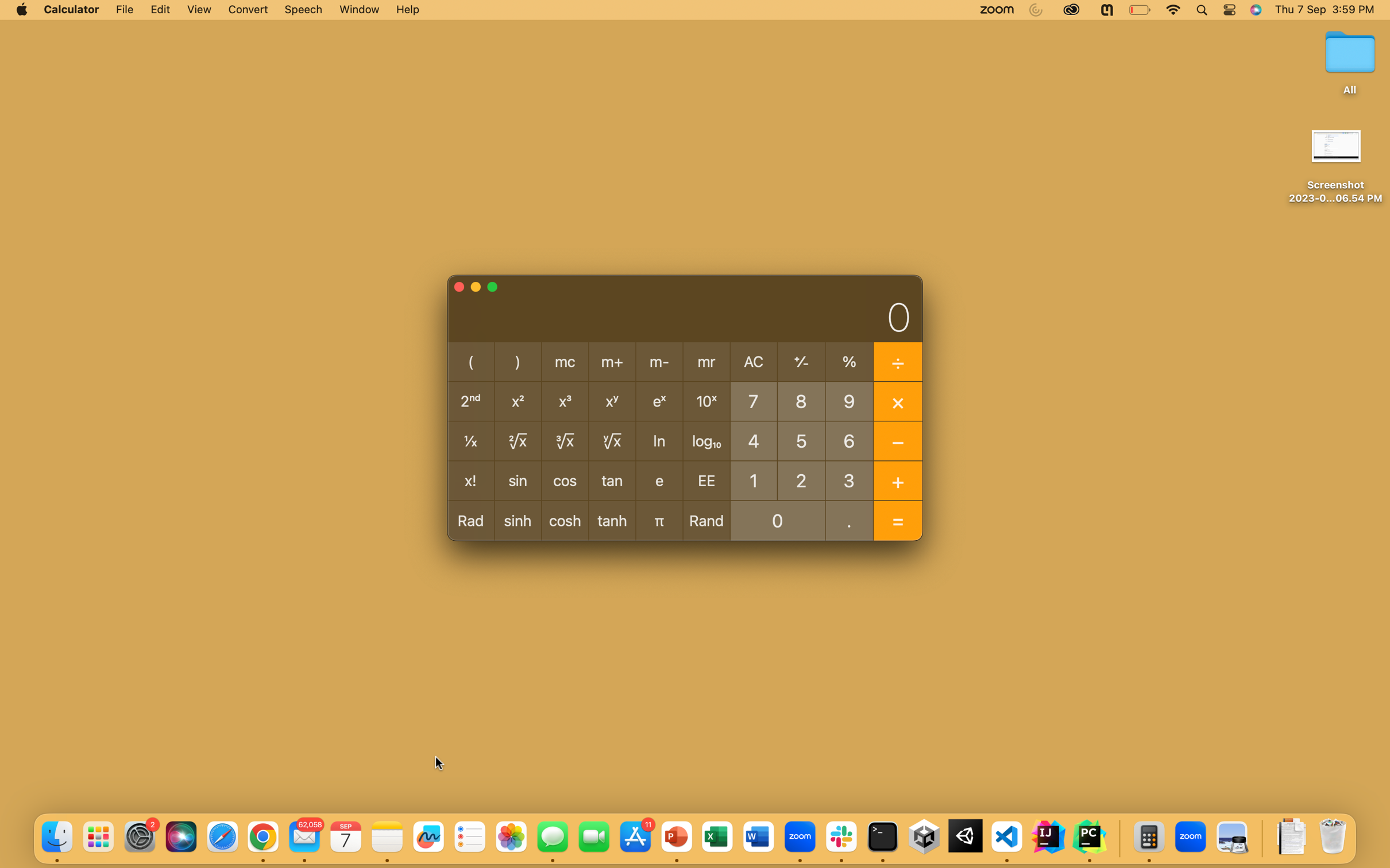 This screenshot has width=1390, height=868. Describe the element at coordinates (753, 479) in the screenshot. I see `Calculate the logarithm base 10 of 100` at that location.